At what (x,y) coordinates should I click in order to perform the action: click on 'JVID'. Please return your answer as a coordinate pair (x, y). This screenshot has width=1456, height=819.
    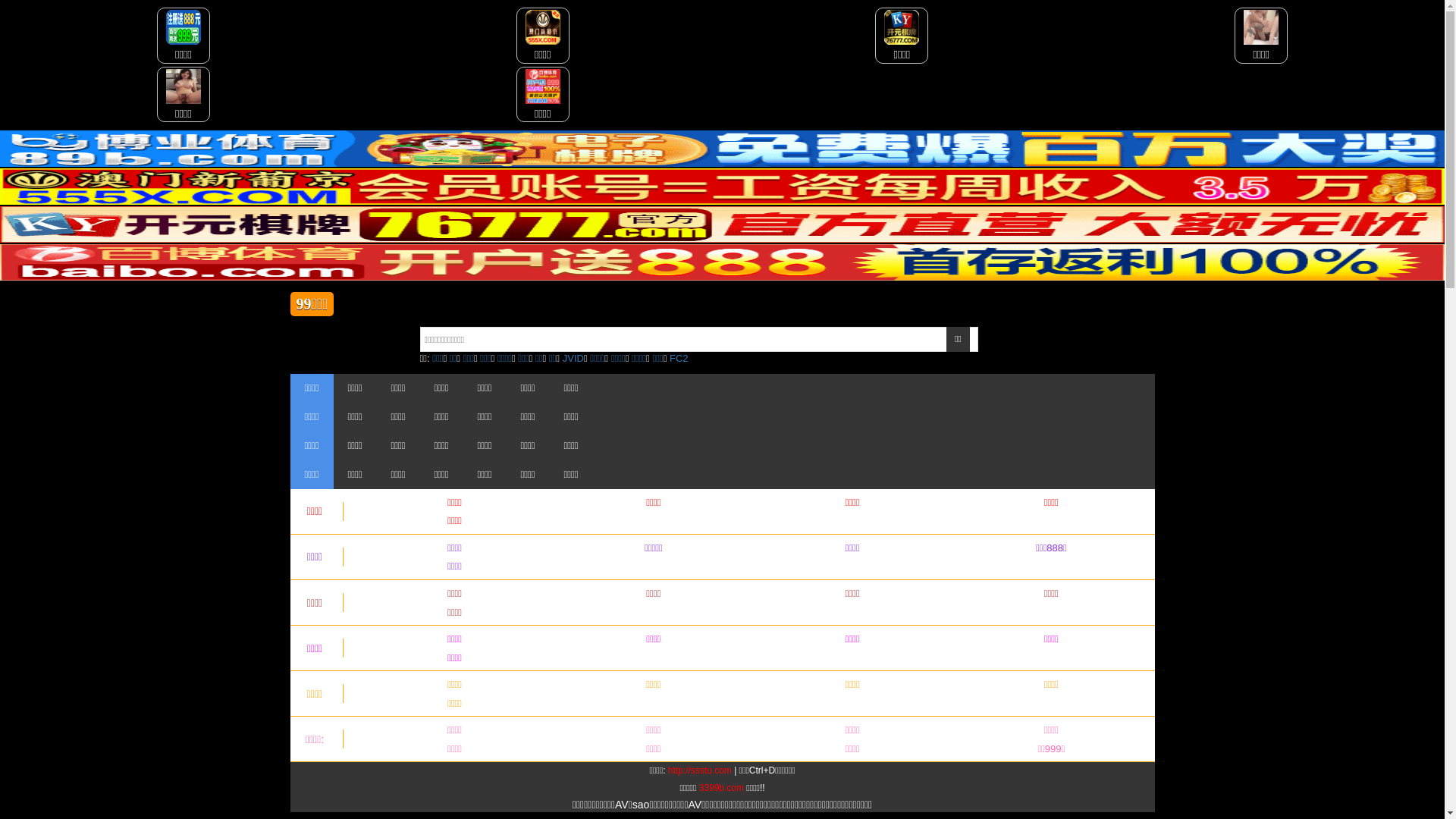
    Looking at the image, I should click on (573, 358).